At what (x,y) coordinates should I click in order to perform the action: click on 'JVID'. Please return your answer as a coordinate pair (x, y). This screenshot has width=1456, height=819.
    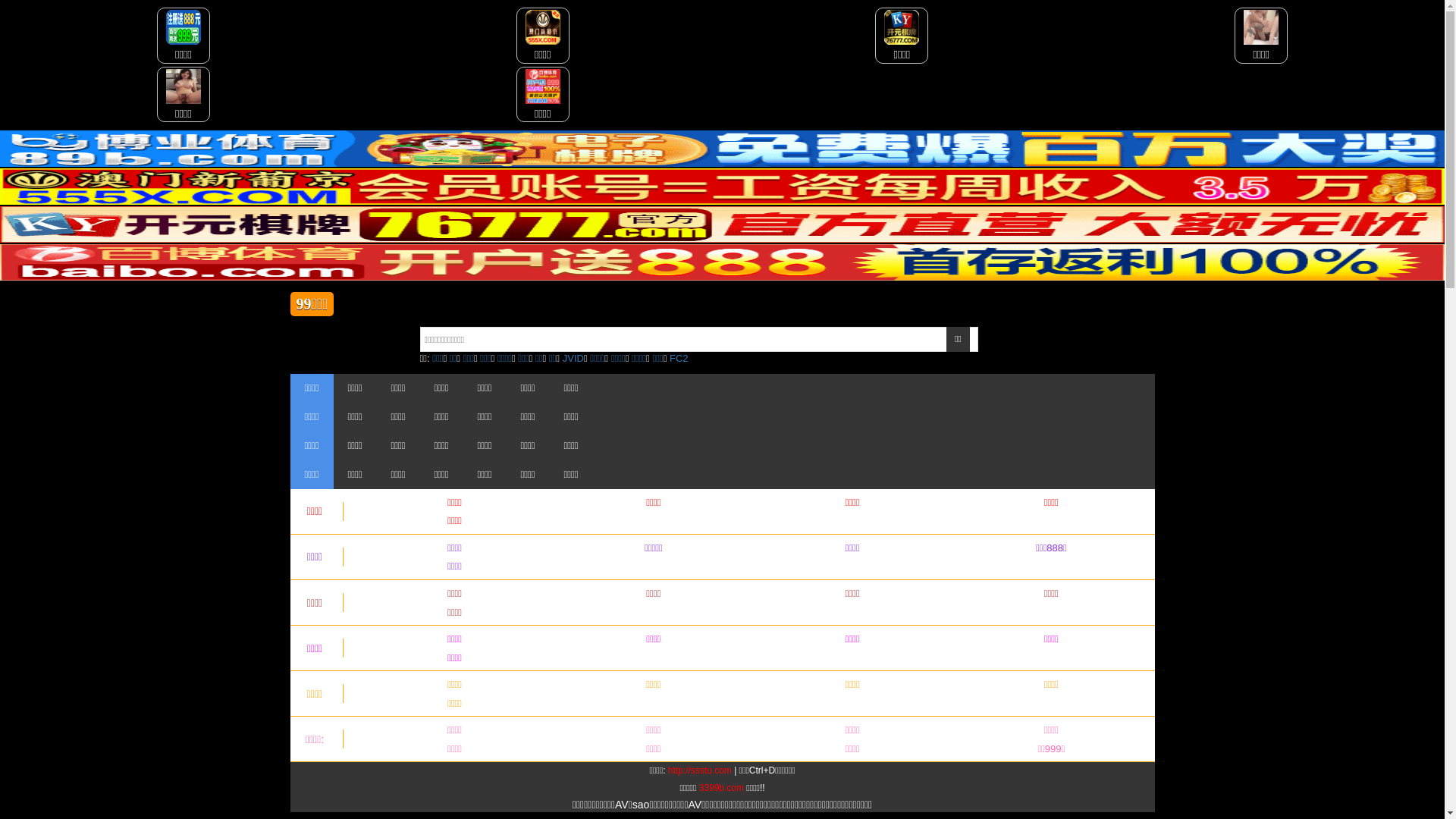
    Looking at the image, I should click on (573, 358).